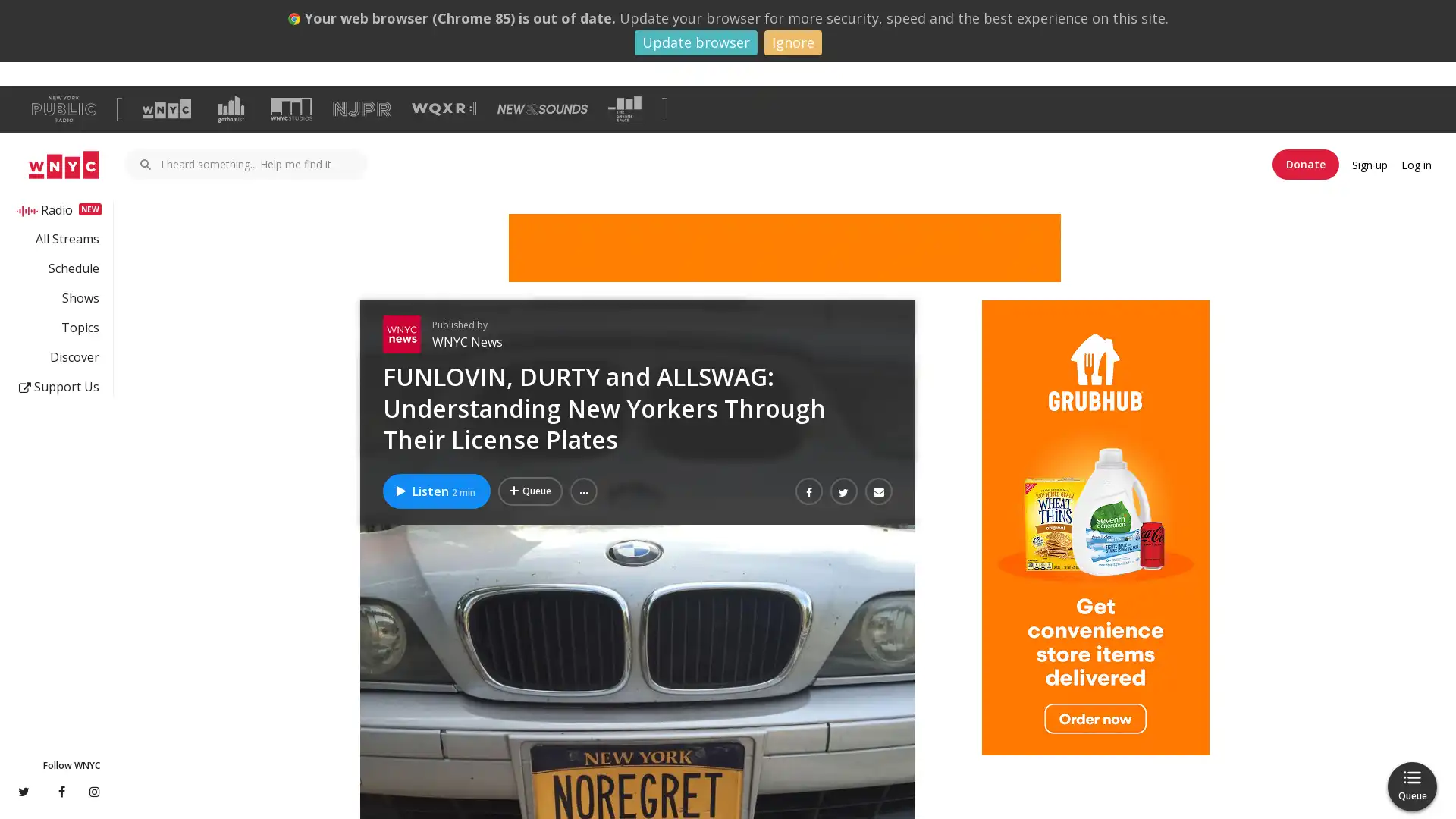 This screenshot has height=819, width=1456. Describe the element at coordinates (792, 42) in the screenshot. I see `Ignore` at that location.